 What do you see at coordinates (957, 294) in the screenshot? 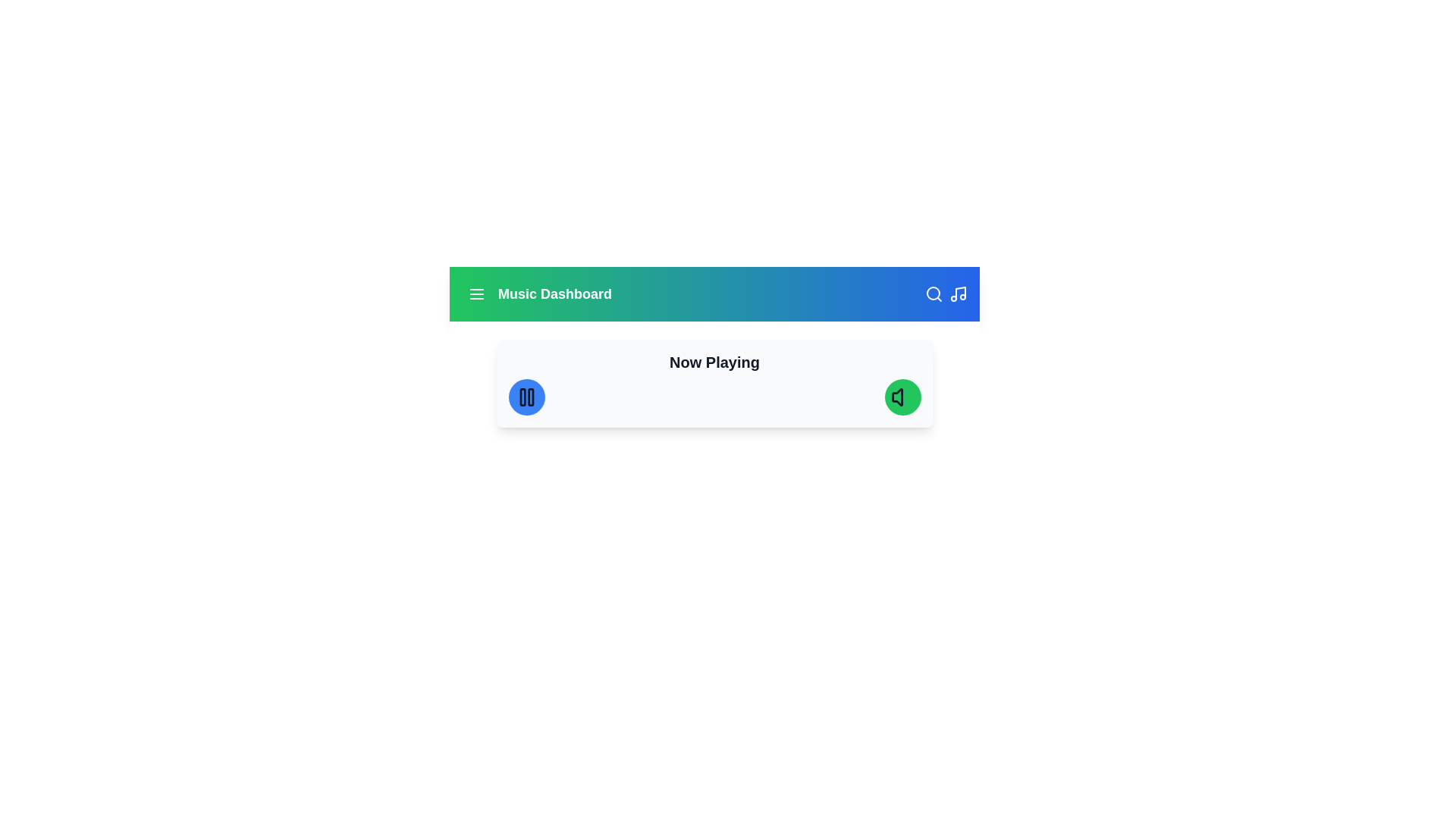
I see `music button located at the top-right corner of the MusicDashboard component` at bounding box center [957, 294].